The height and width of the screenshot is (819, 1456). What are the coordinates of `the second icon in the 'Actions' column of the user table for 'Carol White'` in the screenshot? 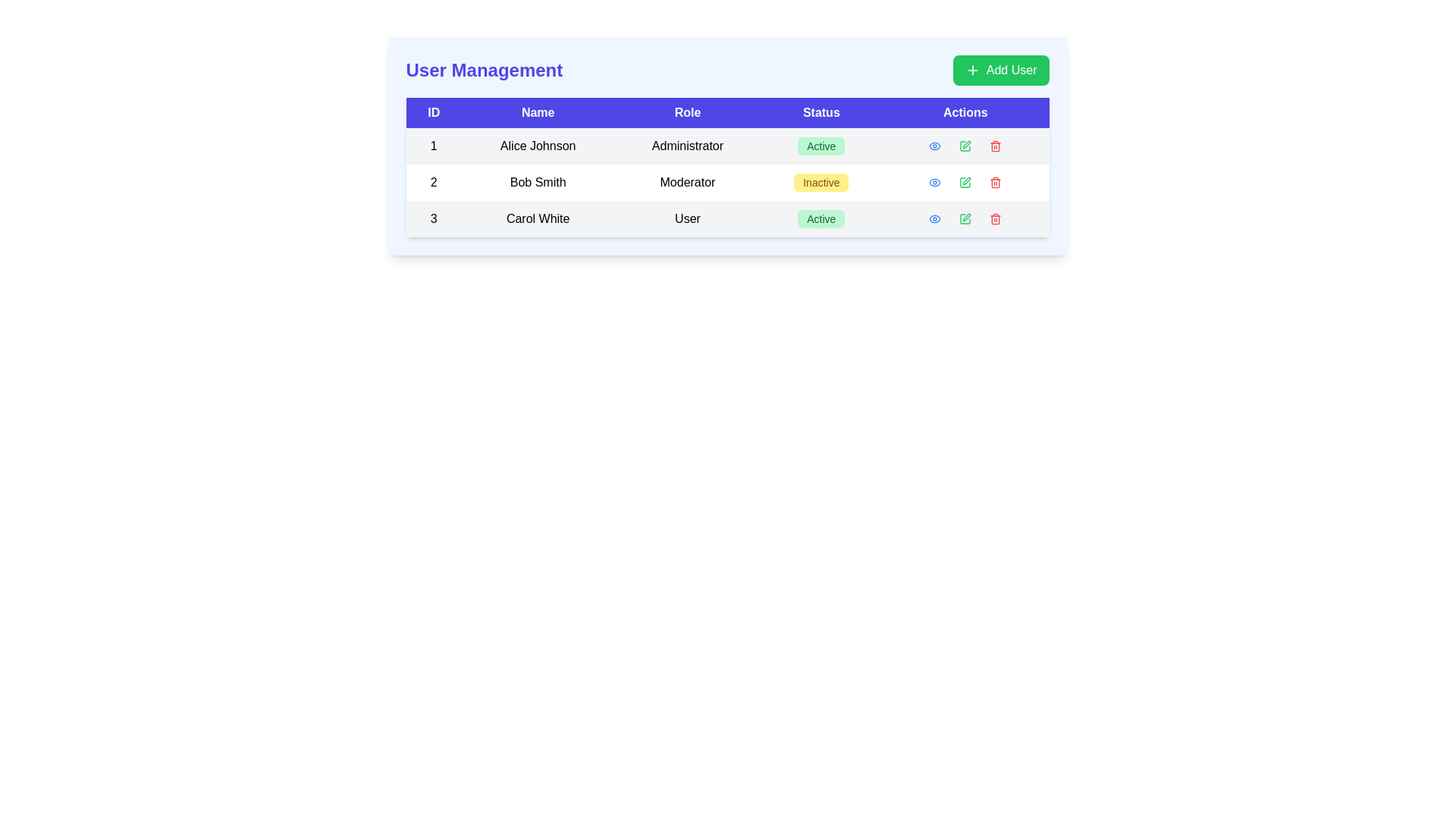 It's located at (965, 219).